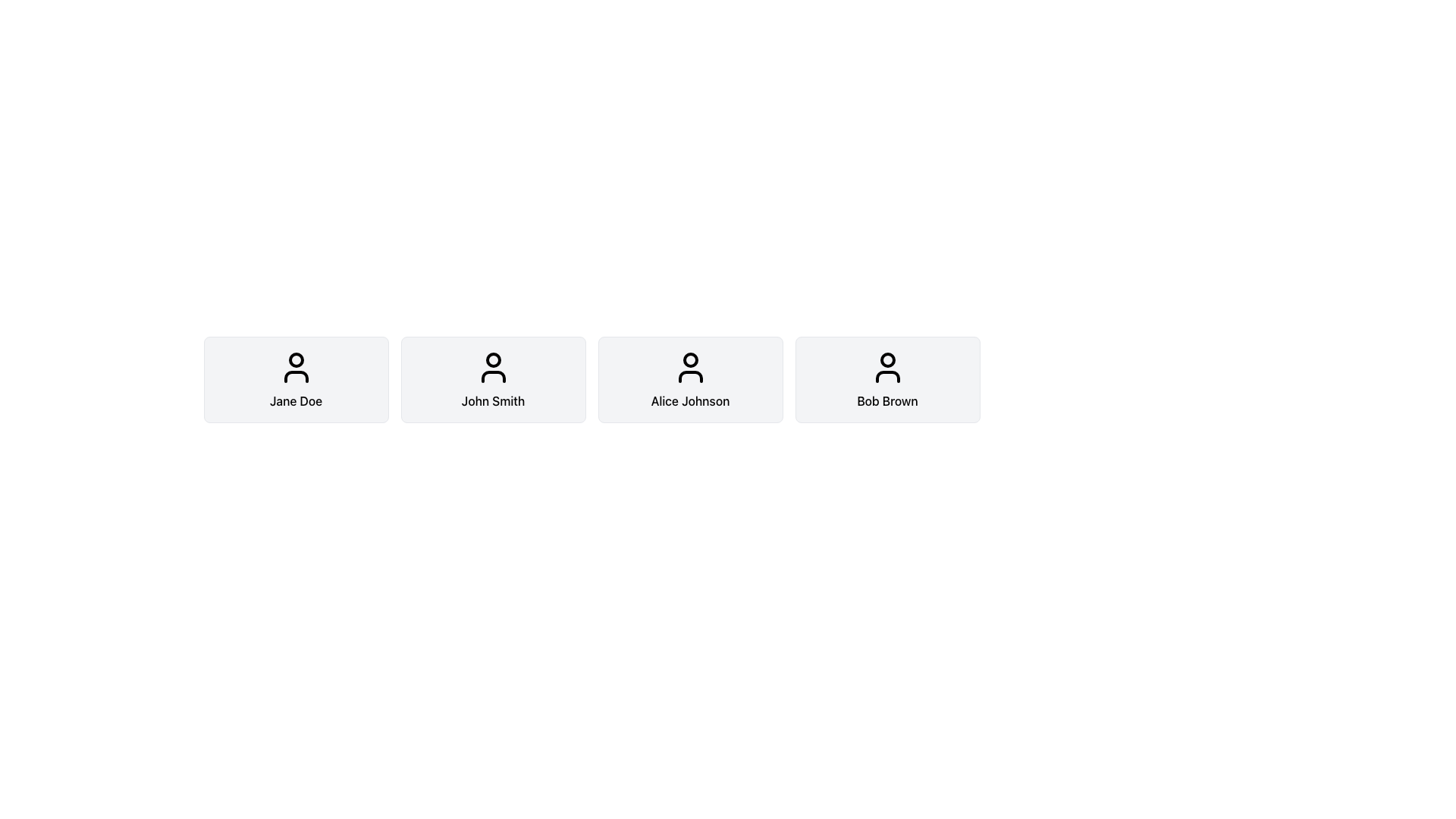 The height and width of the screenshot is (819, 1456). I want to click on the user card element at the far-right side of the horizontal list, so click(887, 372).